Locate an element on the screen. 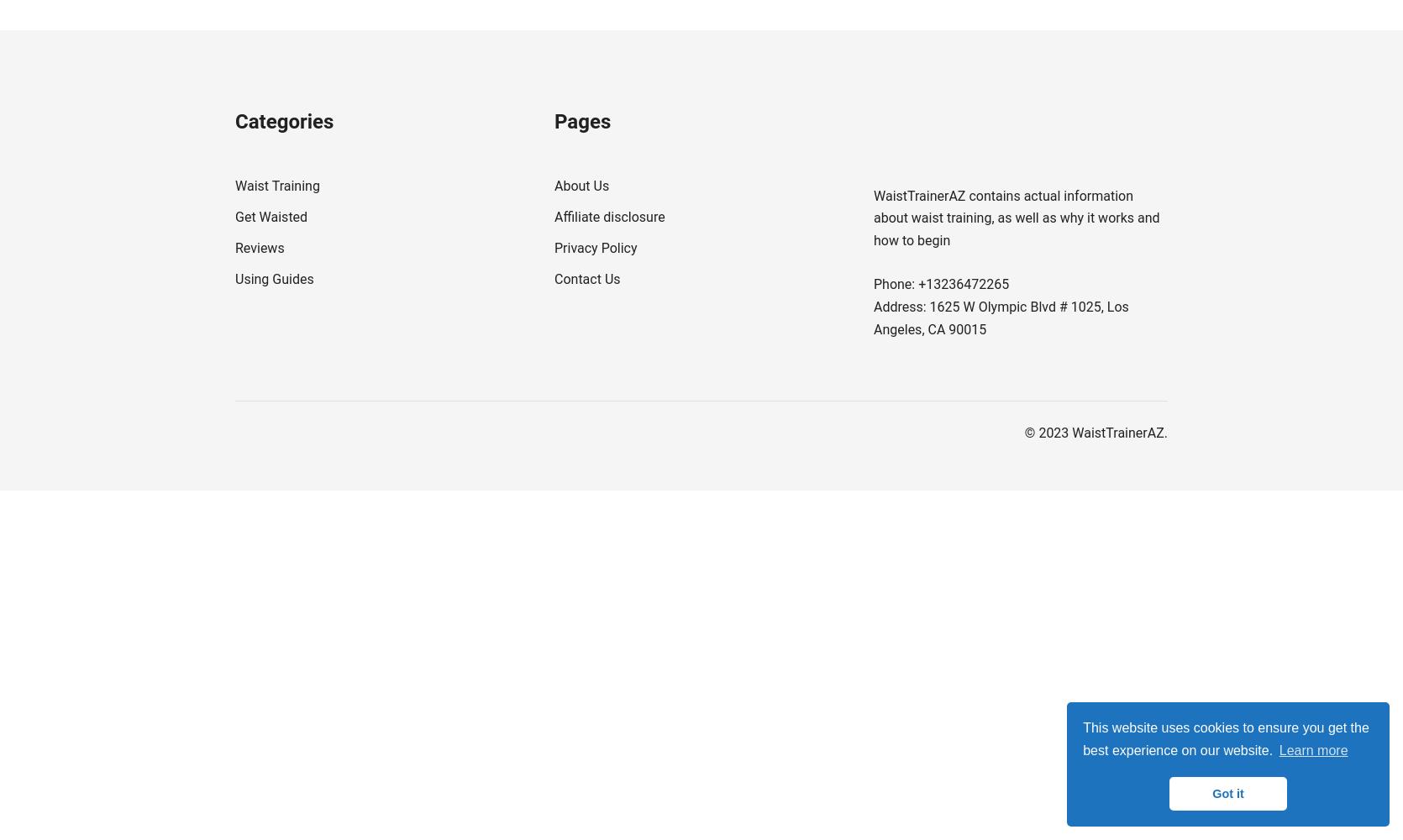 The image size is (1403, 840). 'WaistTrainerAZ contains actual information about waist training, as well as why it works and how to begin' is located at coordinates (874, 218).